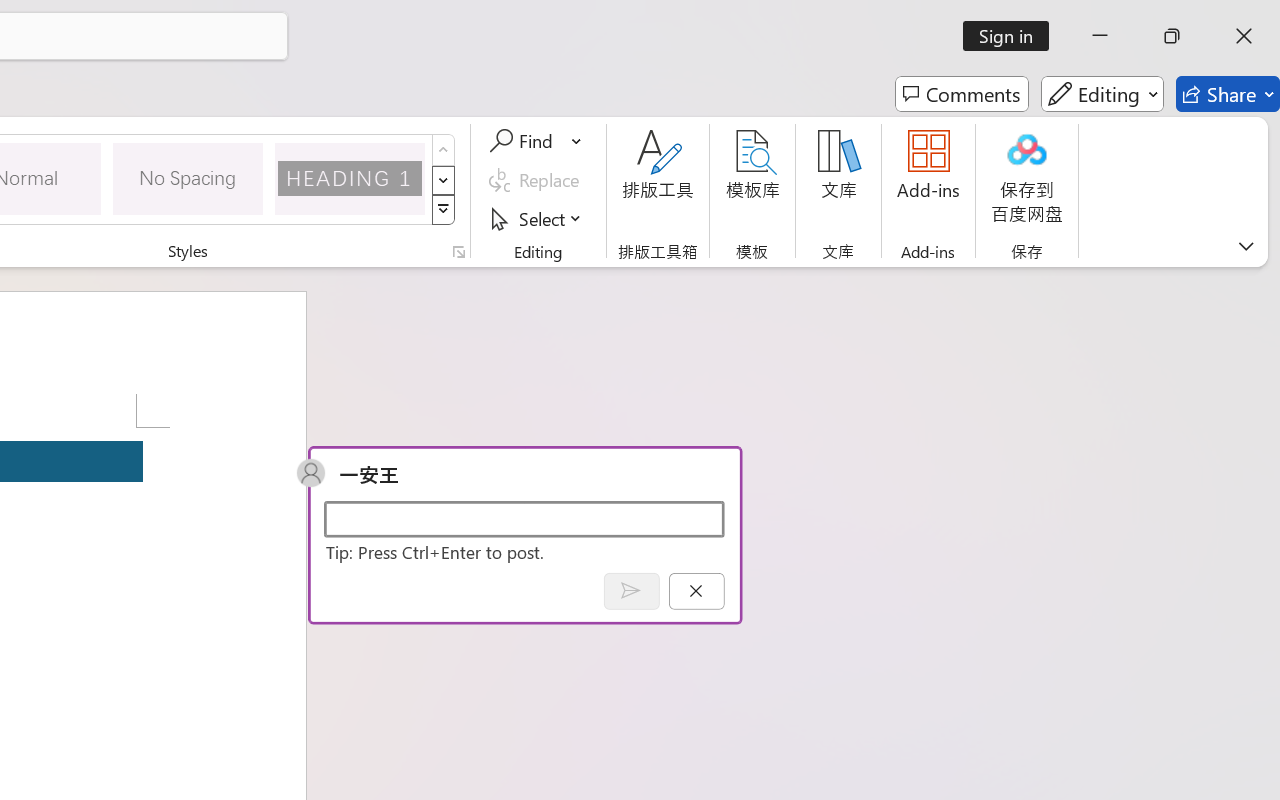  Describe the element at coordinates (630, 590) in the screenshot. I see `'Post comment (Ctrl + Enter)'` at that location.